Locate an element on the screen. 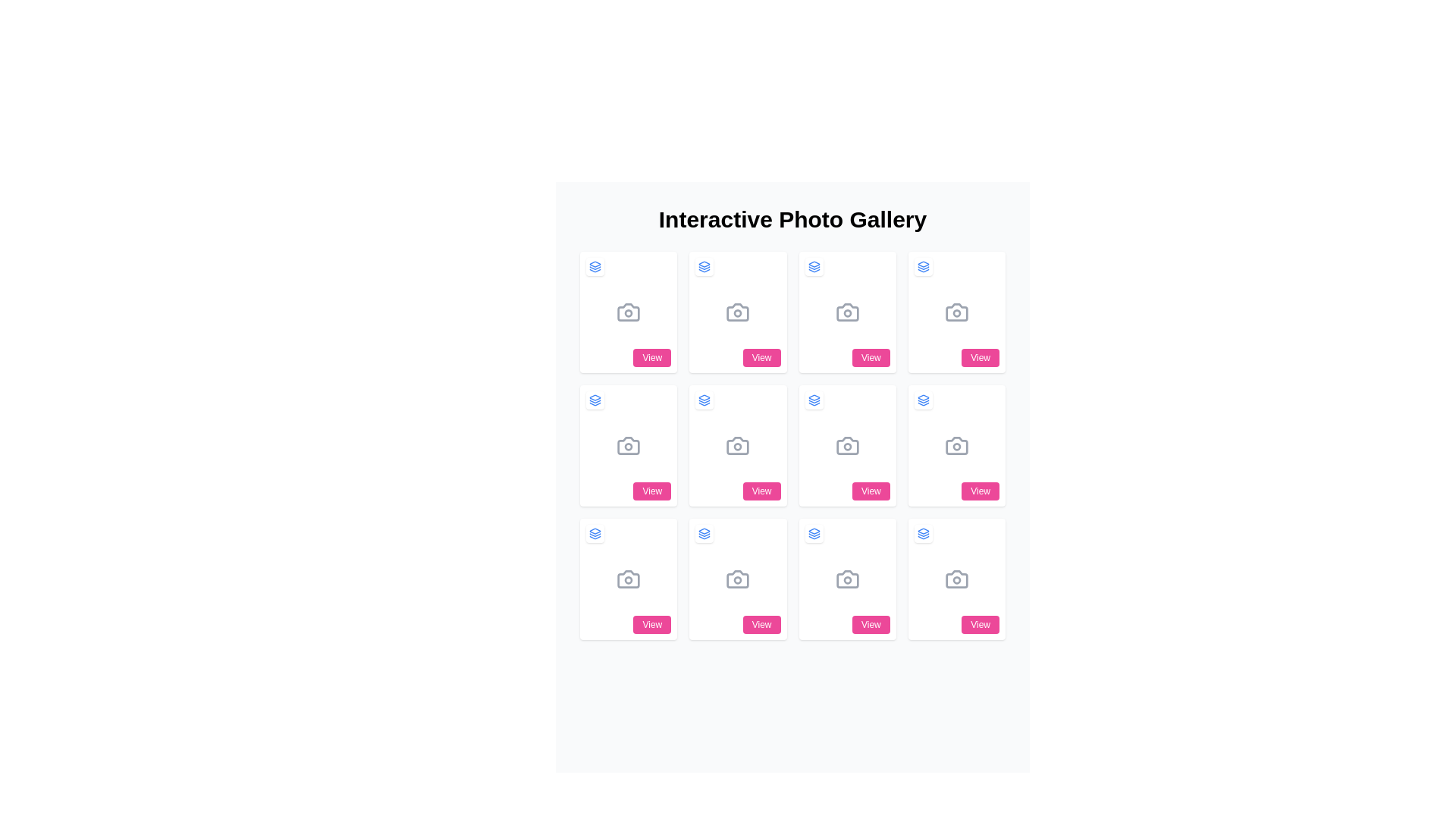 The height and width of the screenshot is (819, 1456). the small, blue icon resembling stacked layers located in the top-left corner of the card in the fifth row and second column of the grid in the 'Interactive Photo Gallery' interface is located at coordinates (813, 533).